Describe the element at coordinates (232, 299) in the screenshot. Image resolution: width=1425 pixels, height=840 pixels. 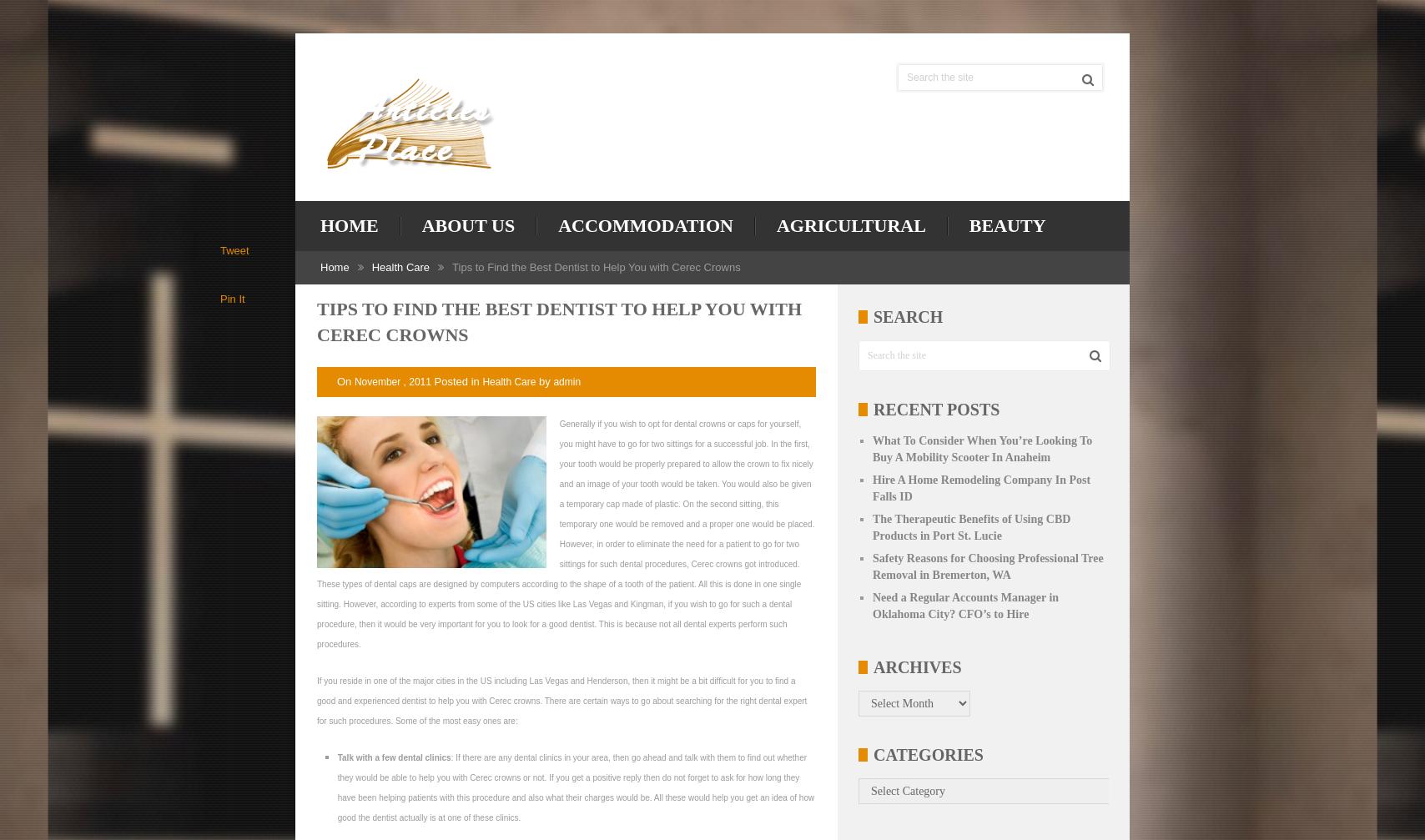
I see `'Pin It'` at that location.